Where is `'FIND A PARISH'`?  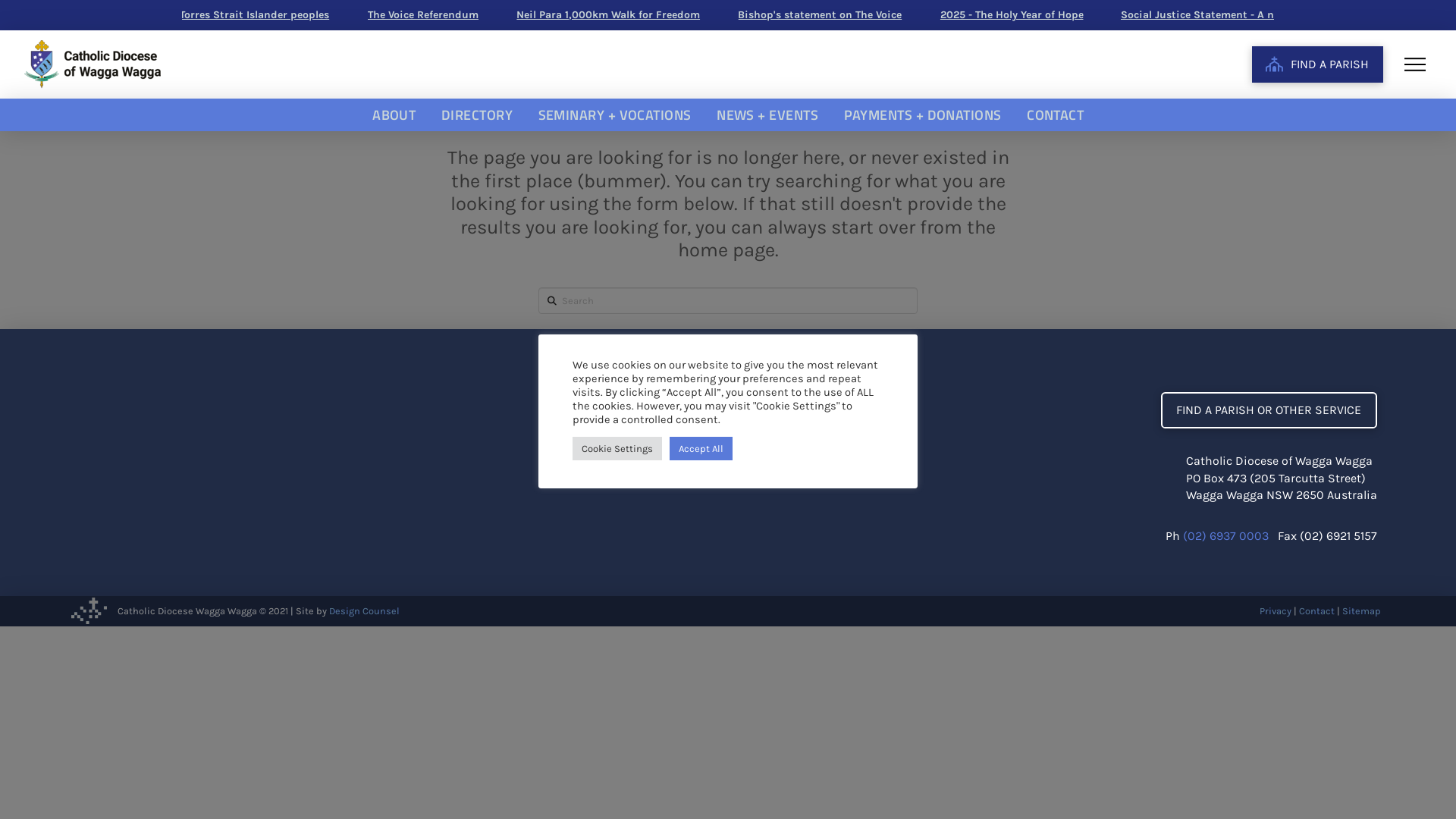 'FIND A PARISH' is located at coordinates (1316, 63).